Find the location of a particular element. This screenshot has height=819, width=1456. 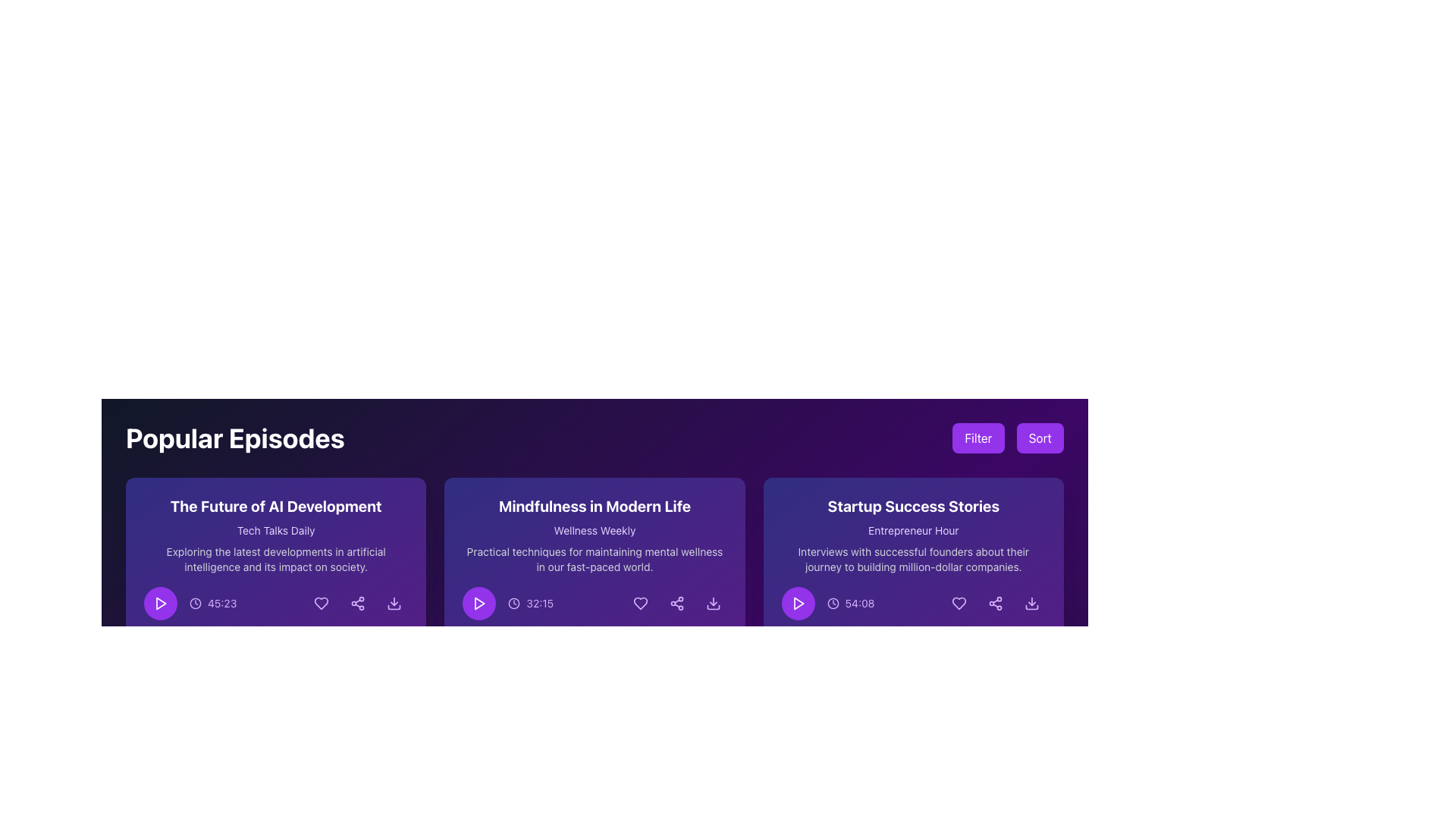

the heart icon located below the 'Mindfulness in Modern Life' card to mark the podcast episode as a favorite is located at coordinates (640, 602).